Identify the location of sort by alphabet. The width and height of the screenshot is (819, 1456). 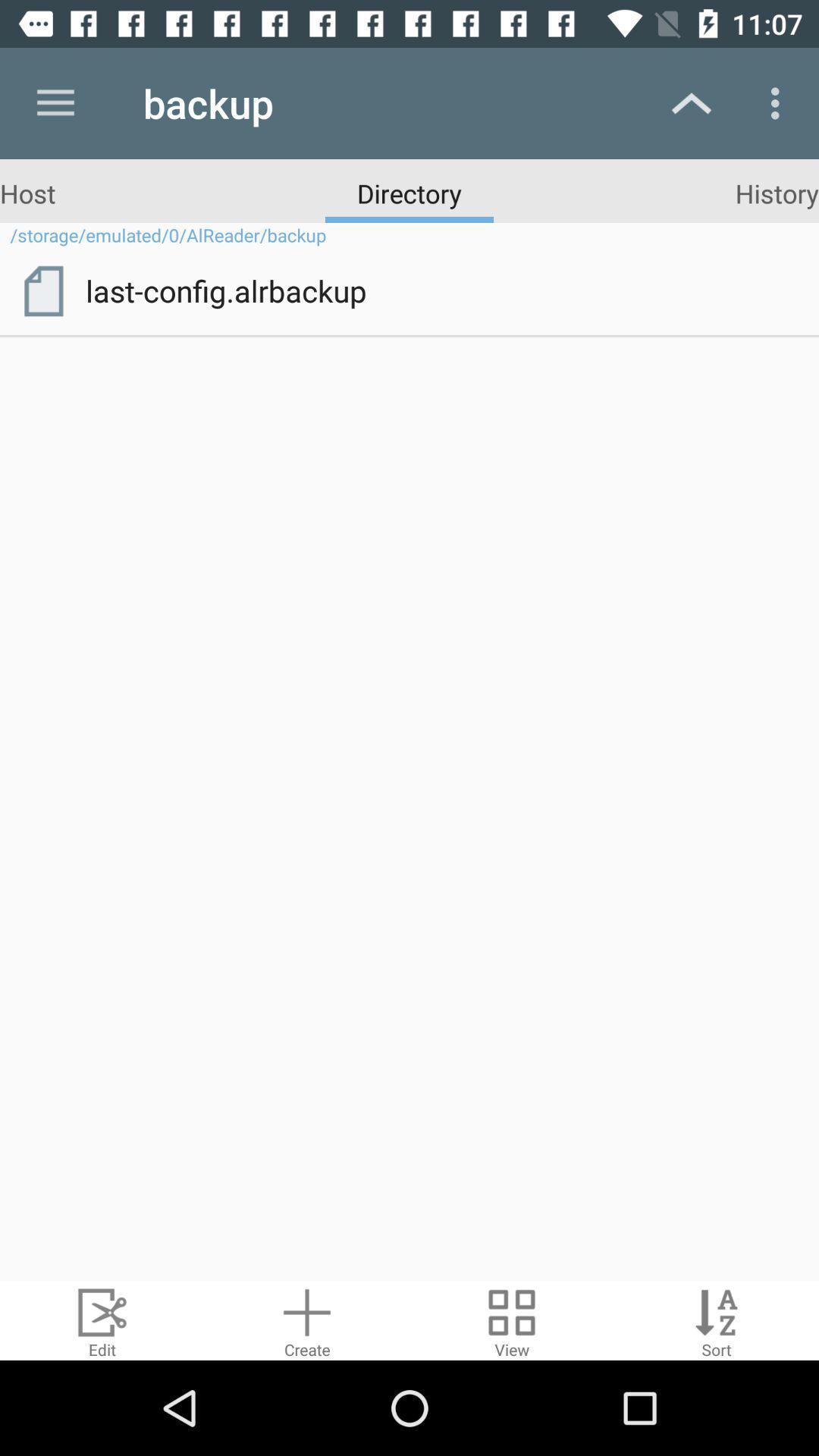
(717, 1319).